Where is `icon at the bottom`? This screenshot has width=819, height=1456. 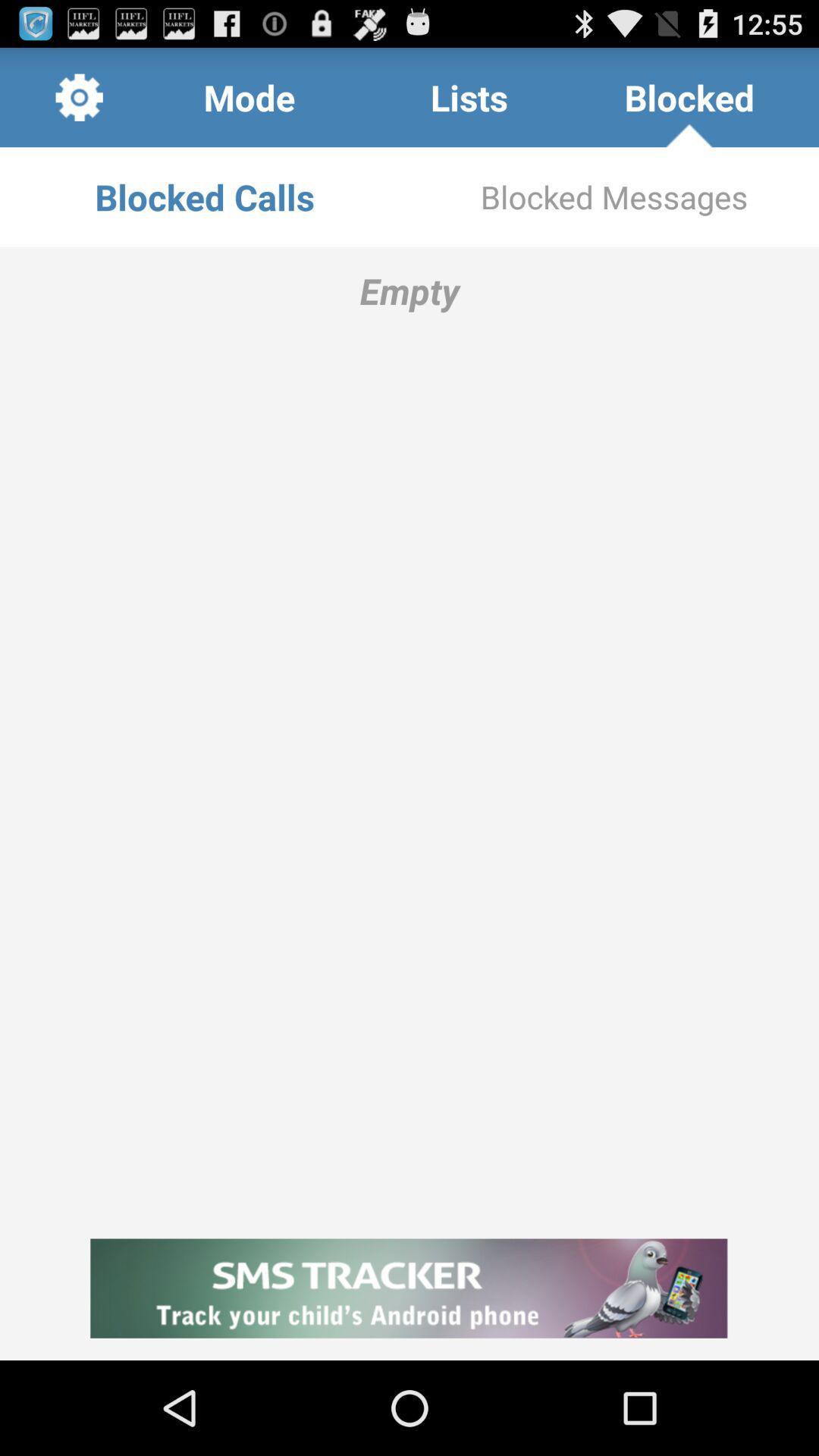
icon at the bottom is located at coordinates (409, 1288).